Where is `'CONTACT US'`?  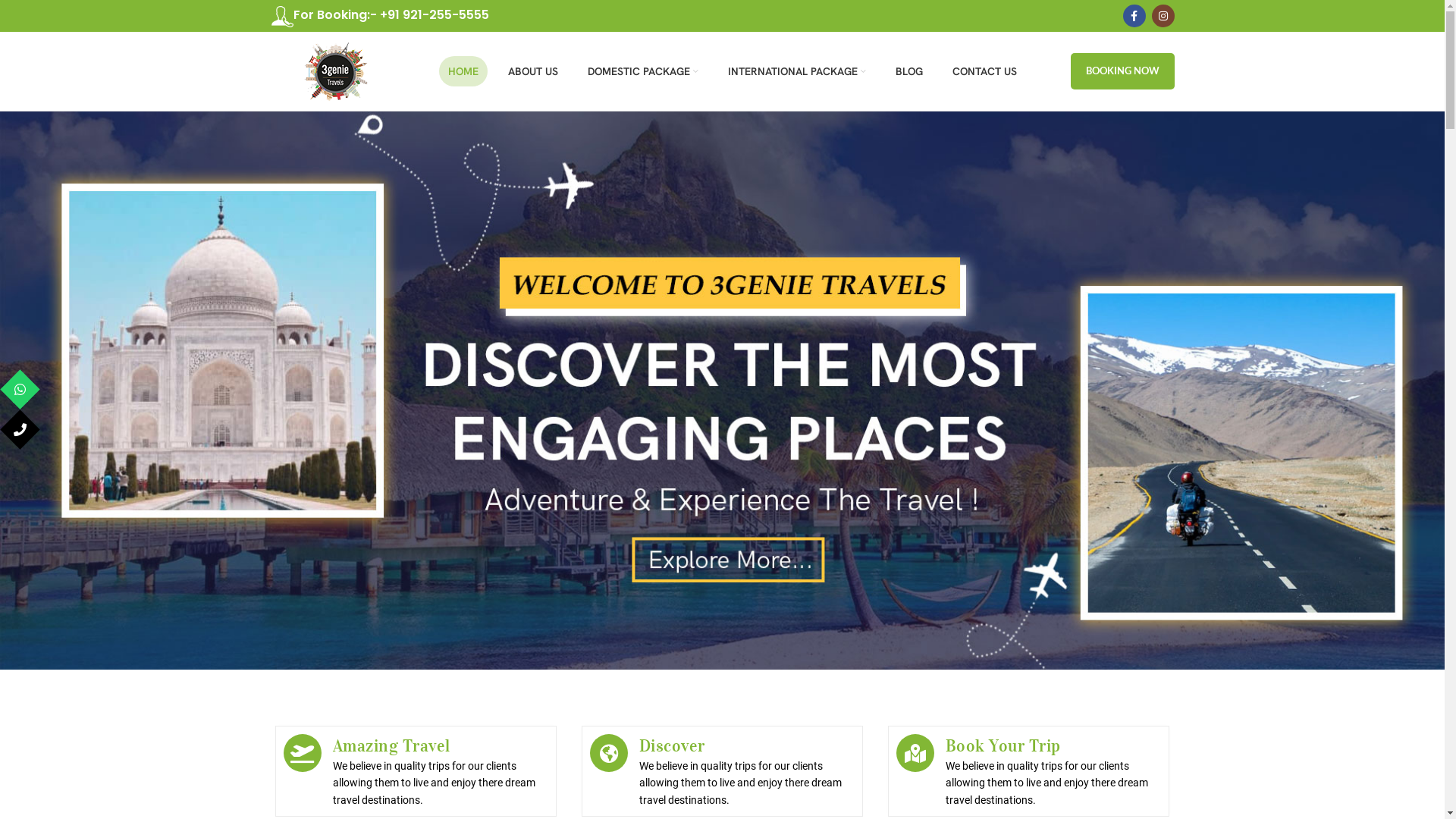
'CONTACT US' is located at coordinates (984, 71).